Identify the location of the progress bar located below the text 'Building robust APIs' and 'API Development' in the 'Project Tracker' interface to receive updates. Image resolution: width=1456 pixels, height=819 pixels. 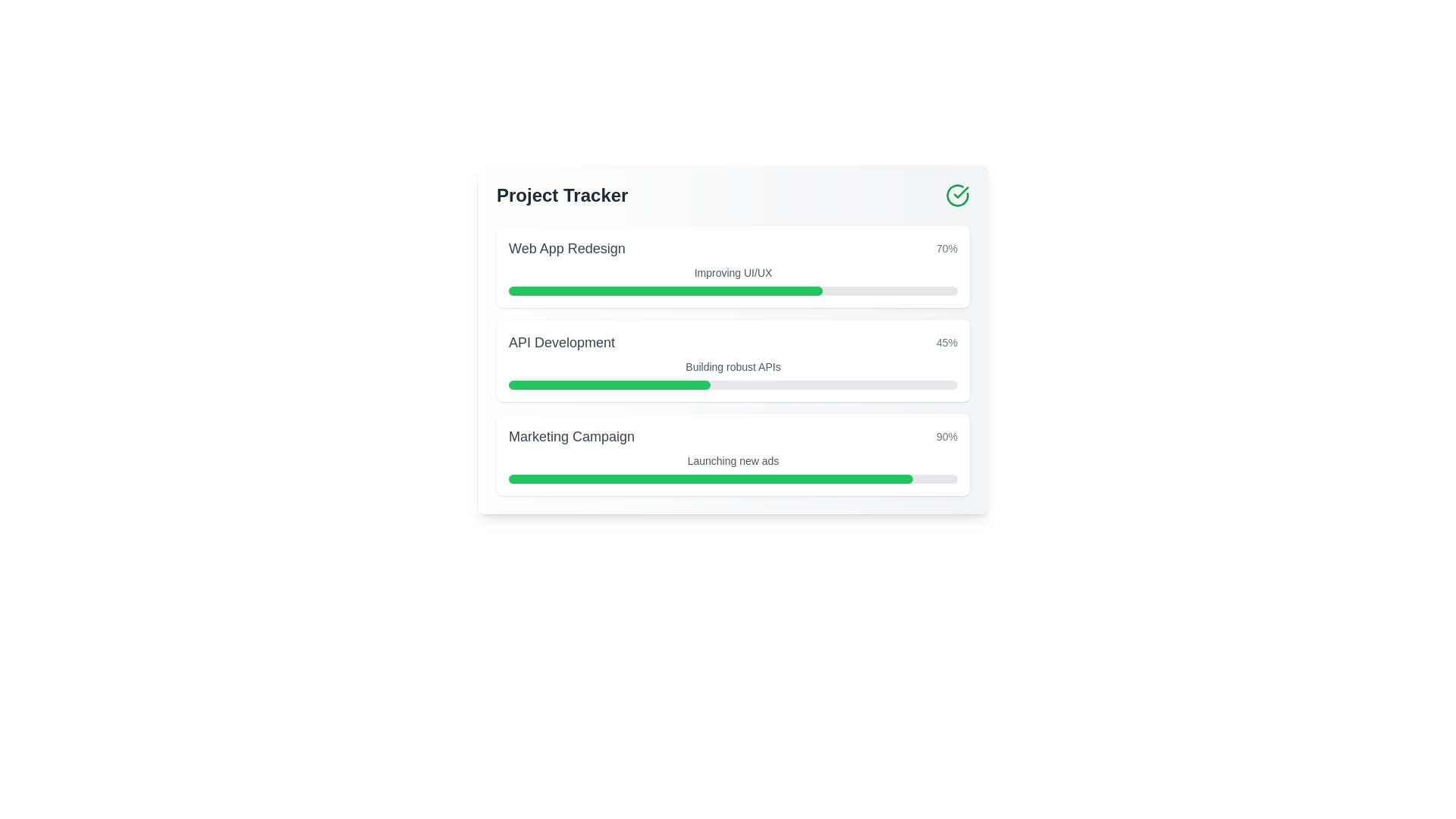
(733, 384).